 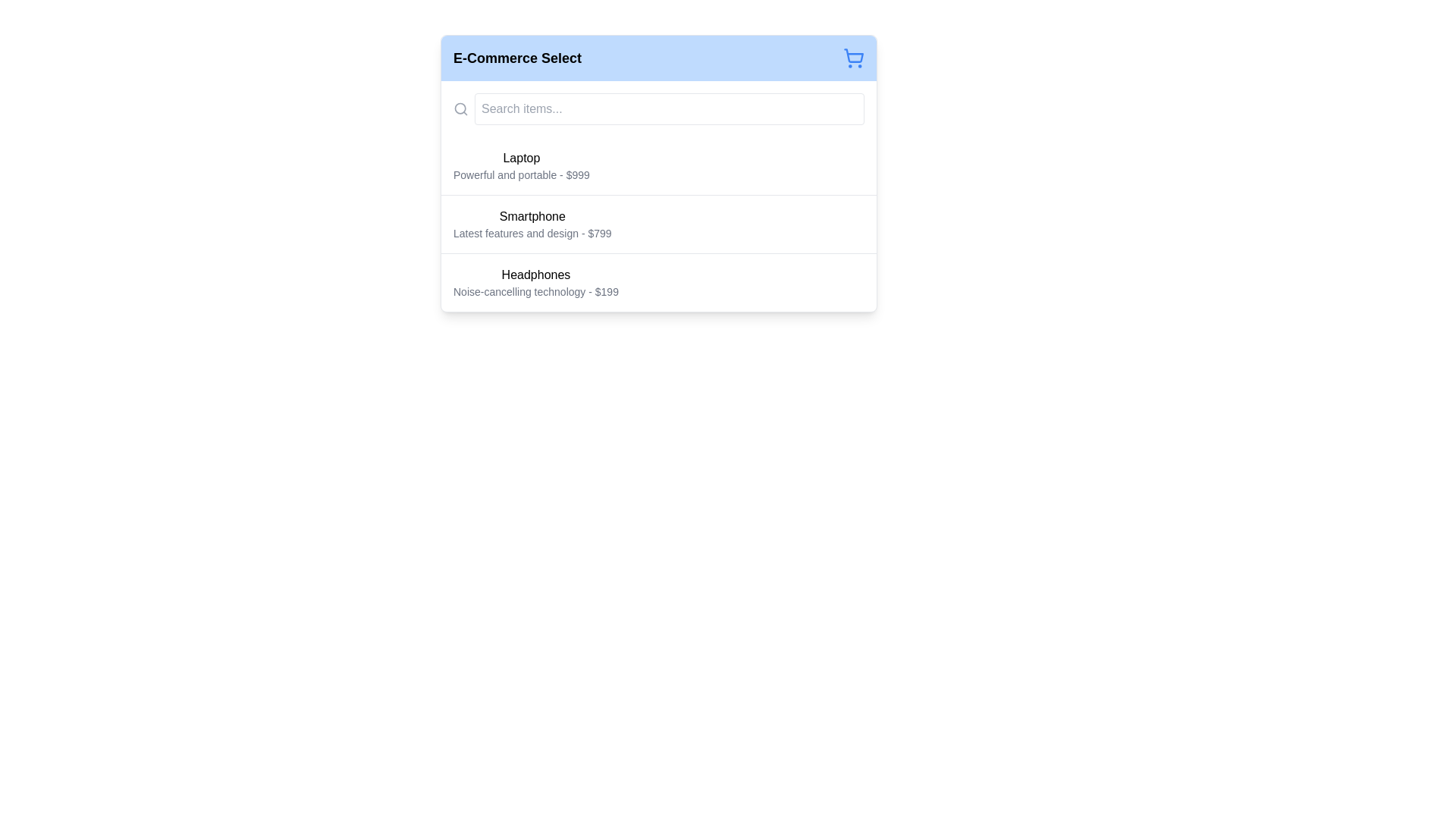 I want to click on the static text label that serves as the title of the product, positioned within the third item of the vertical list in the 'E-Commerce Select' section, above the text 'Noise-cancelling technology - $199', so click(x=535, y=275).